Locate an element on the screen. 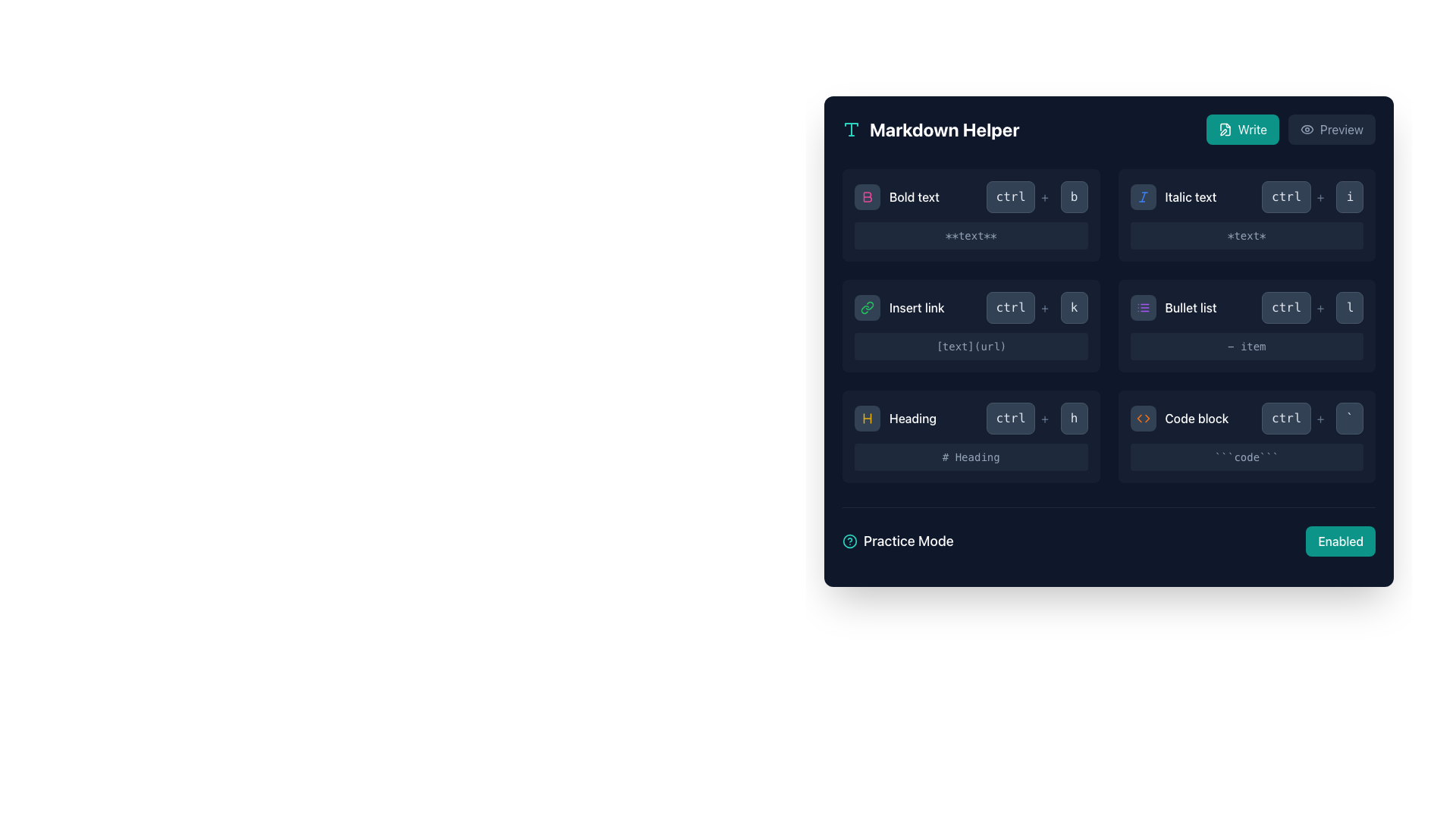 Image resolution: width=1456 pixels, height=819 pixels. the Keyboard shortcut indicator for 'Insert link' functionality located in the 'Markdown Helper' interface, positioned in the second row of the interface grid is located at coordinates (1036, 307).